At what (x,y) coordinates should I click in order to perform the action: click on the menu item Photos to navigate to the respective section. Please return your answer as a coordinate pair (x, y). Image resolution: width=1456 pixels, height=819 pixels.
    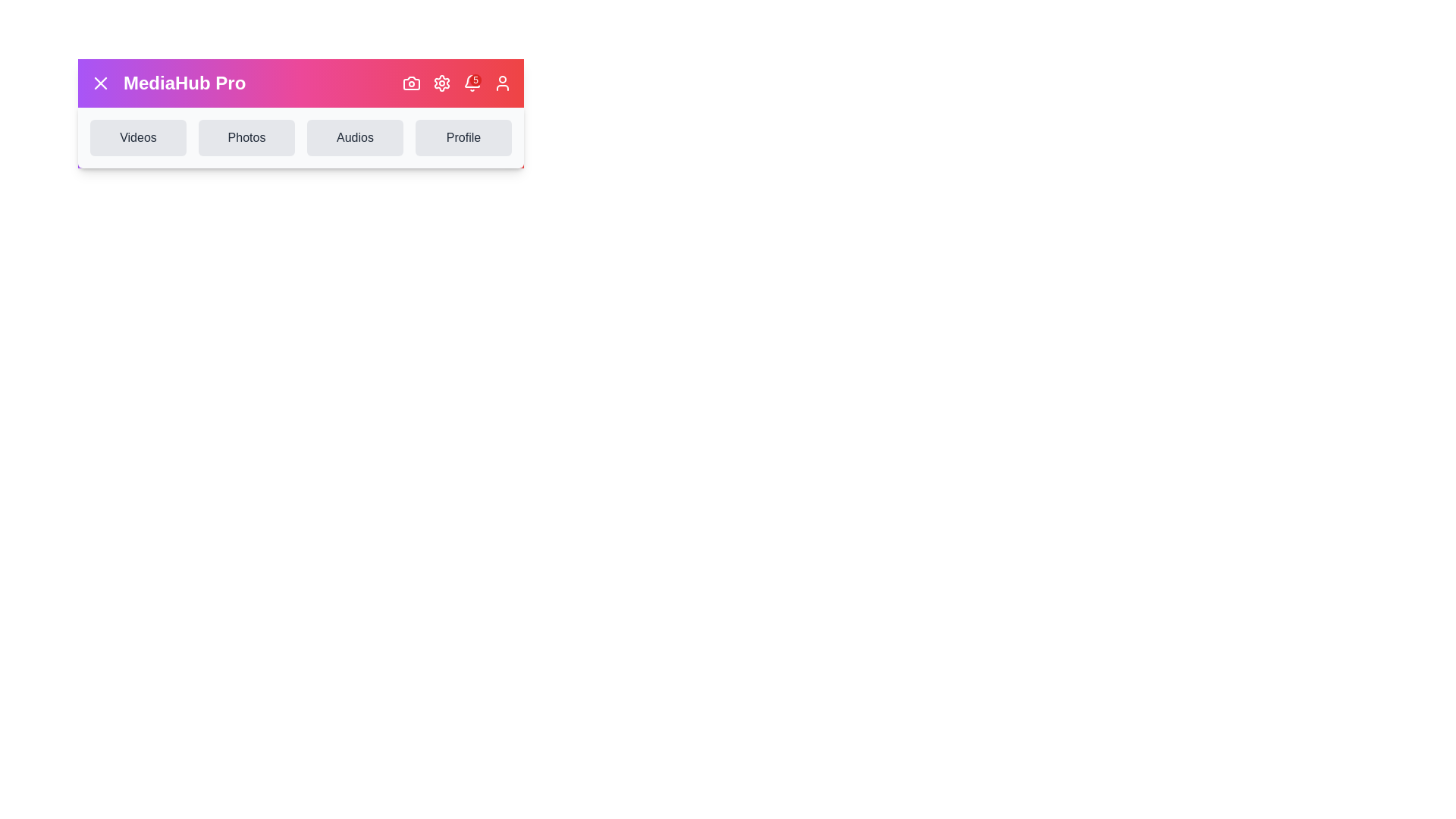
    Looking at the image, I should click on (246, 137).